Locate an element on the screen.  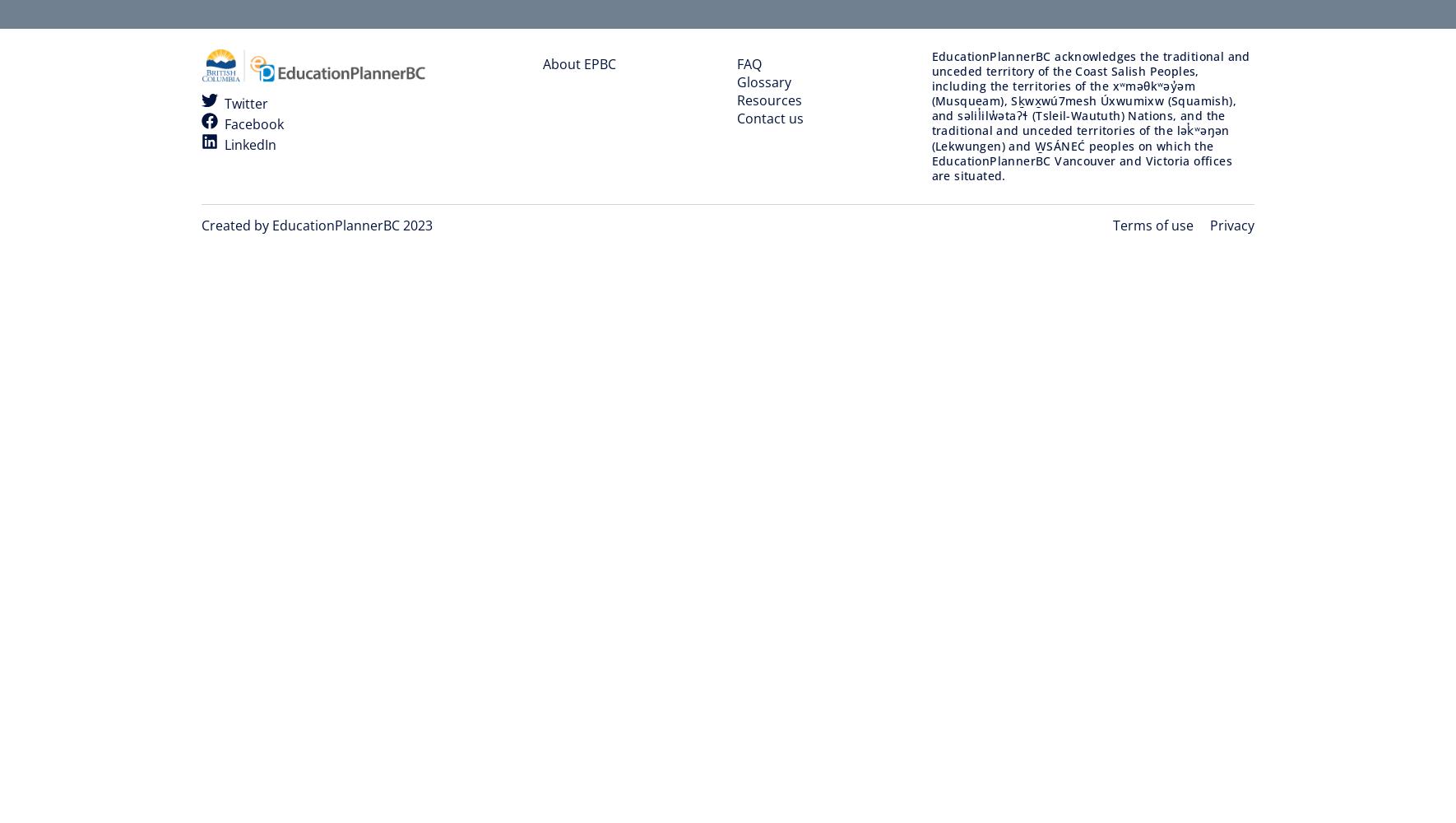
'Terms of use' is located at coordinates (1153, 226).